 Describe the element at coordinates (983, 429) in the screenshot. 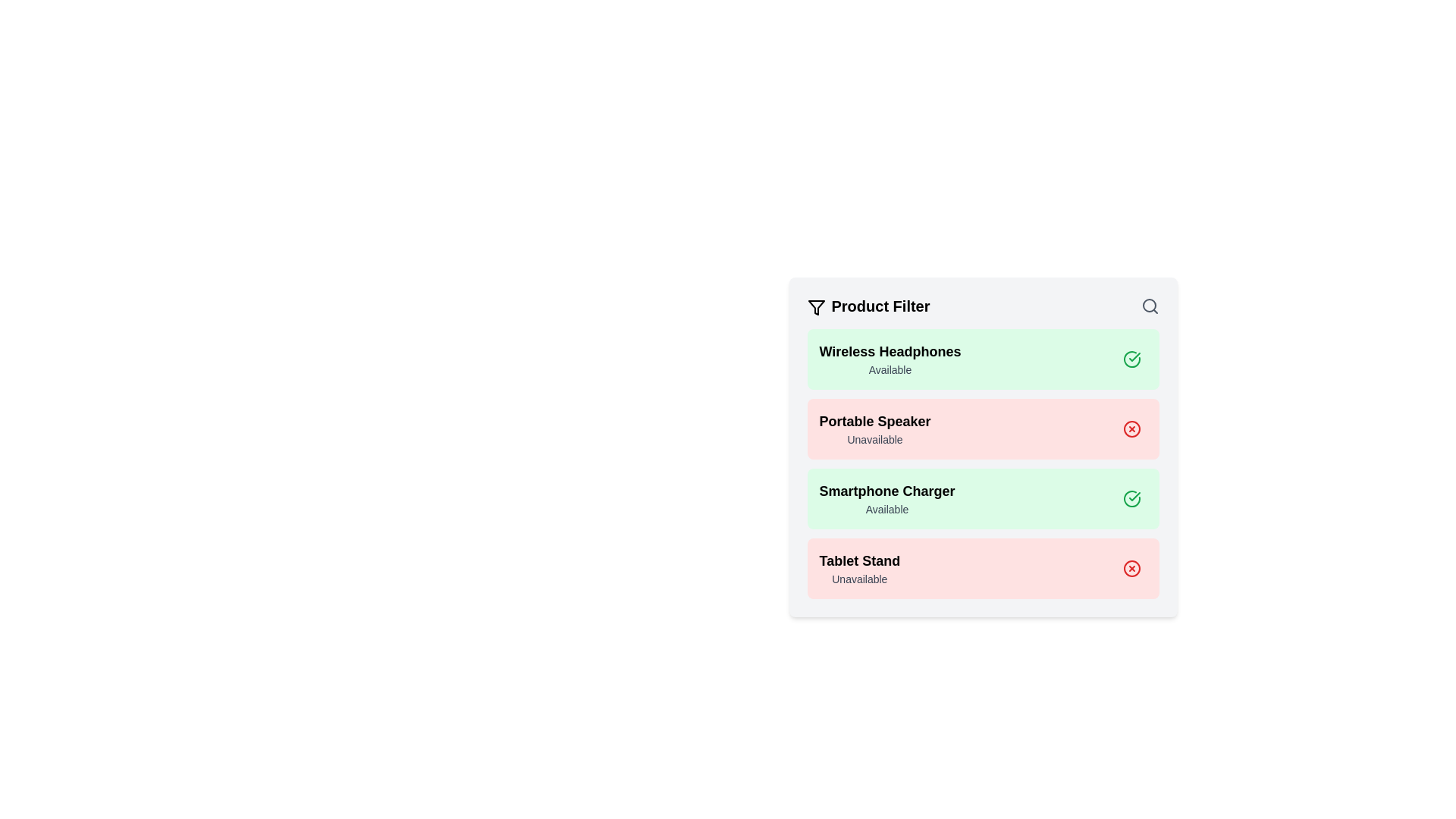

I see `the second card in the product list titled 'Product Filter', which represents the unavailable product 'Portable Speaker'` at that location.